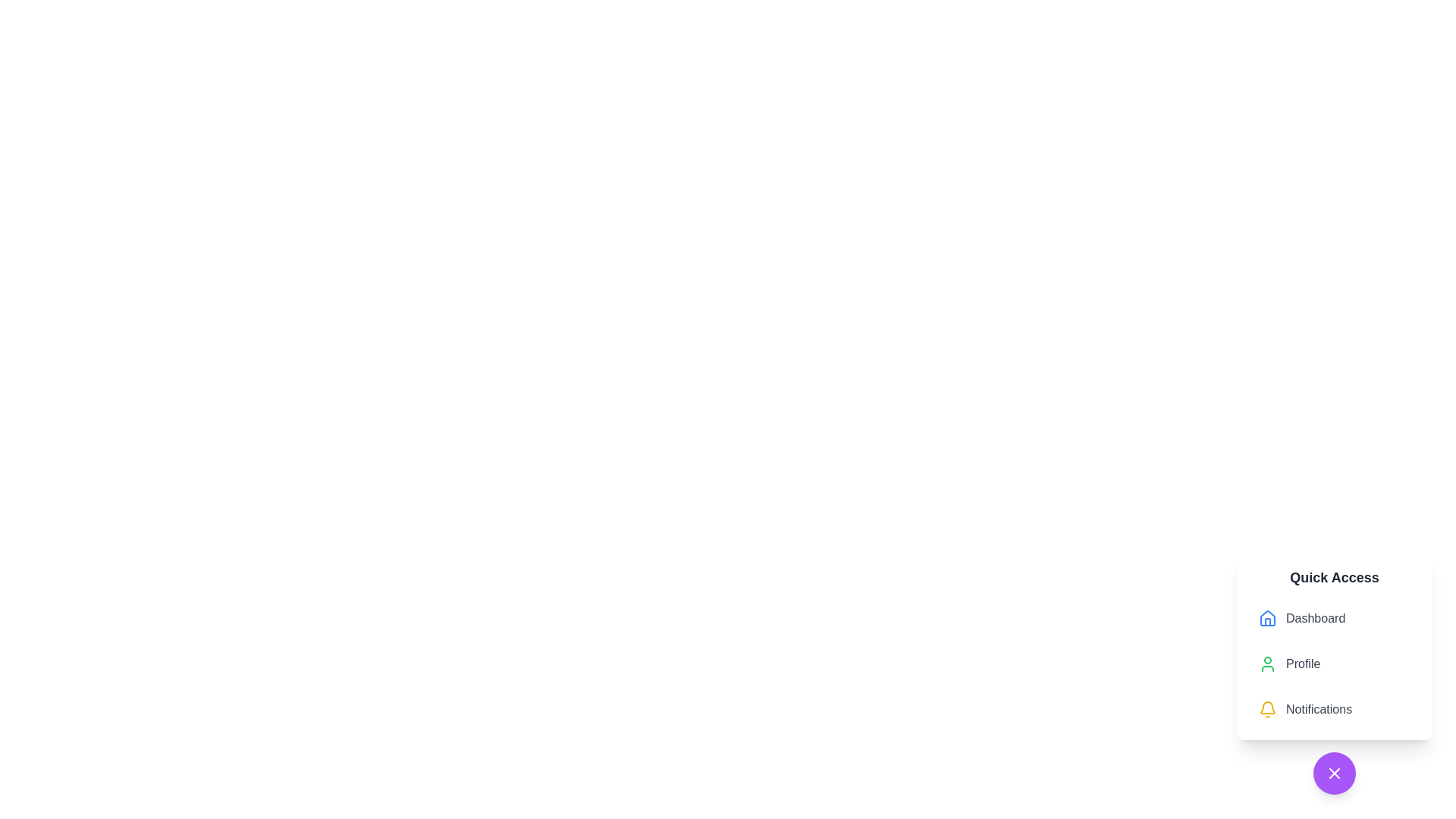 The image size is (1456, 819). Describe the element at coordinates (1335, 578) in the screenshot. I see `header text of the 'Quick Access' section, which is located at the top of a white card component outlined with a shadow` at that location.